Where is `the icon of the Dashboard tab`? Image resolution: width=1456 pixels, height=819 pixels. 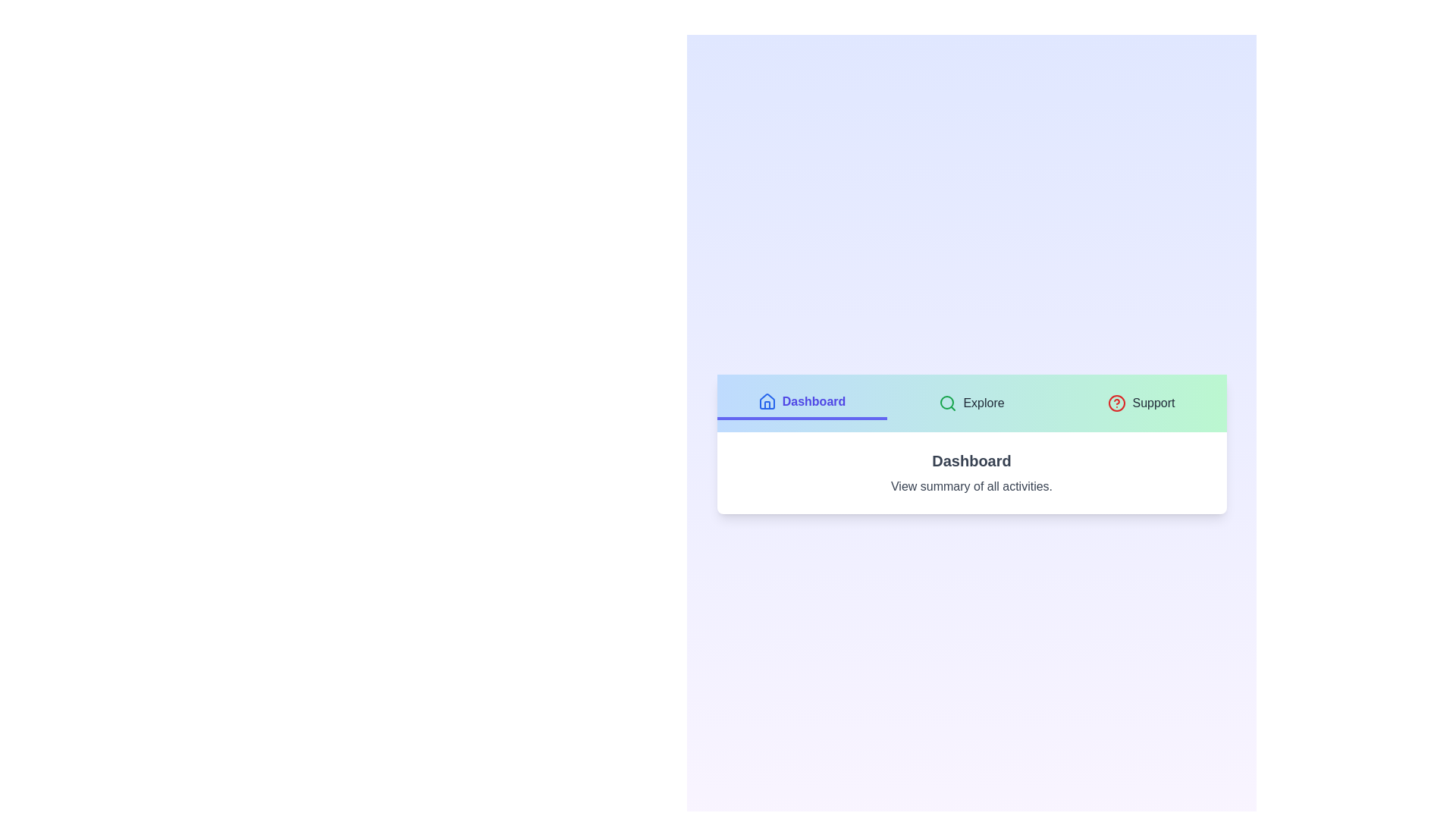 the icon of the Dashboard tab is located at coordinates (767, 400).